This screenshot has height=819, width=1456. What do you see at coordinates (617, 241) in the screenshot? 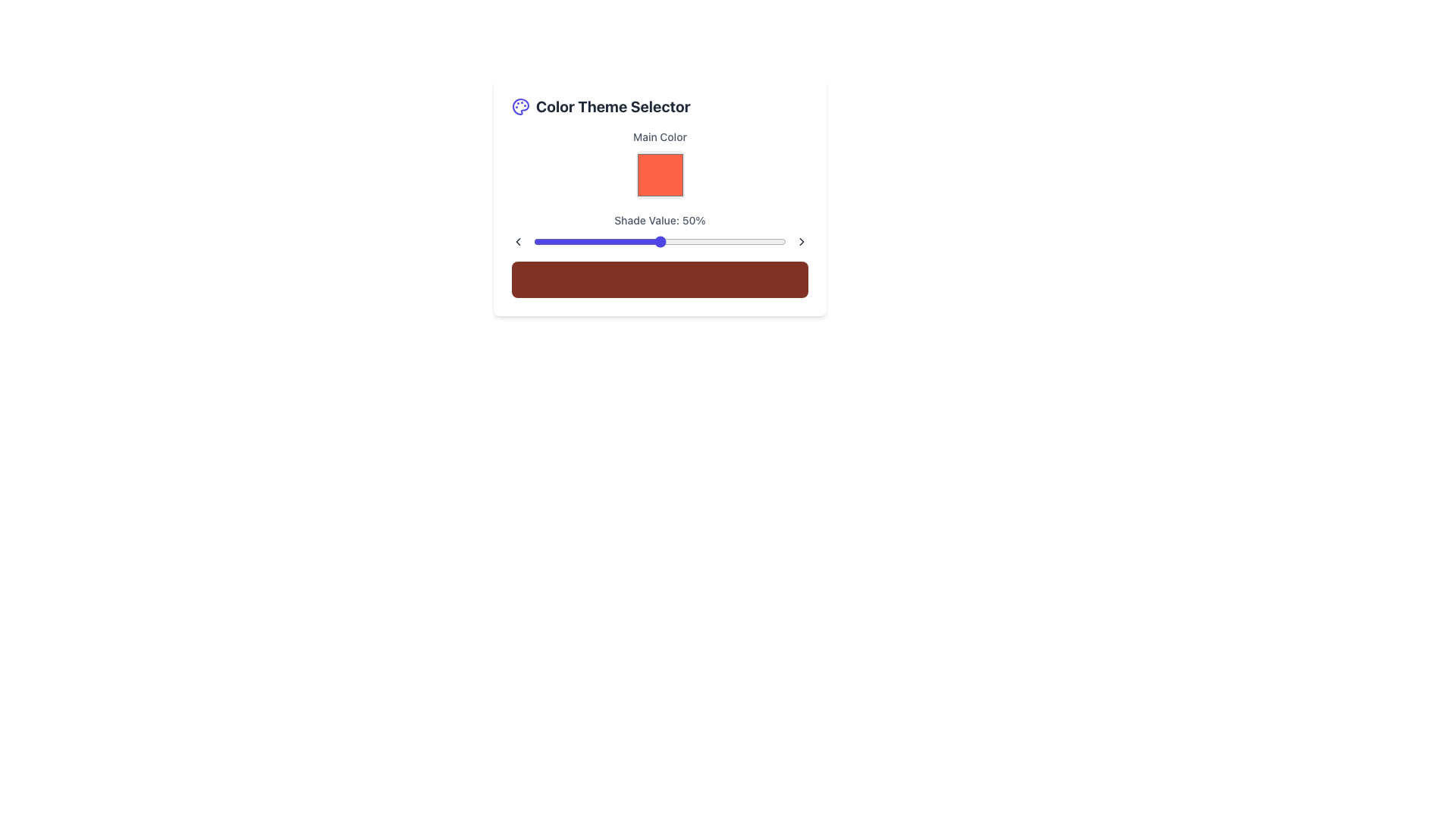
I see `the shade value` at bounding box center [617, 241].